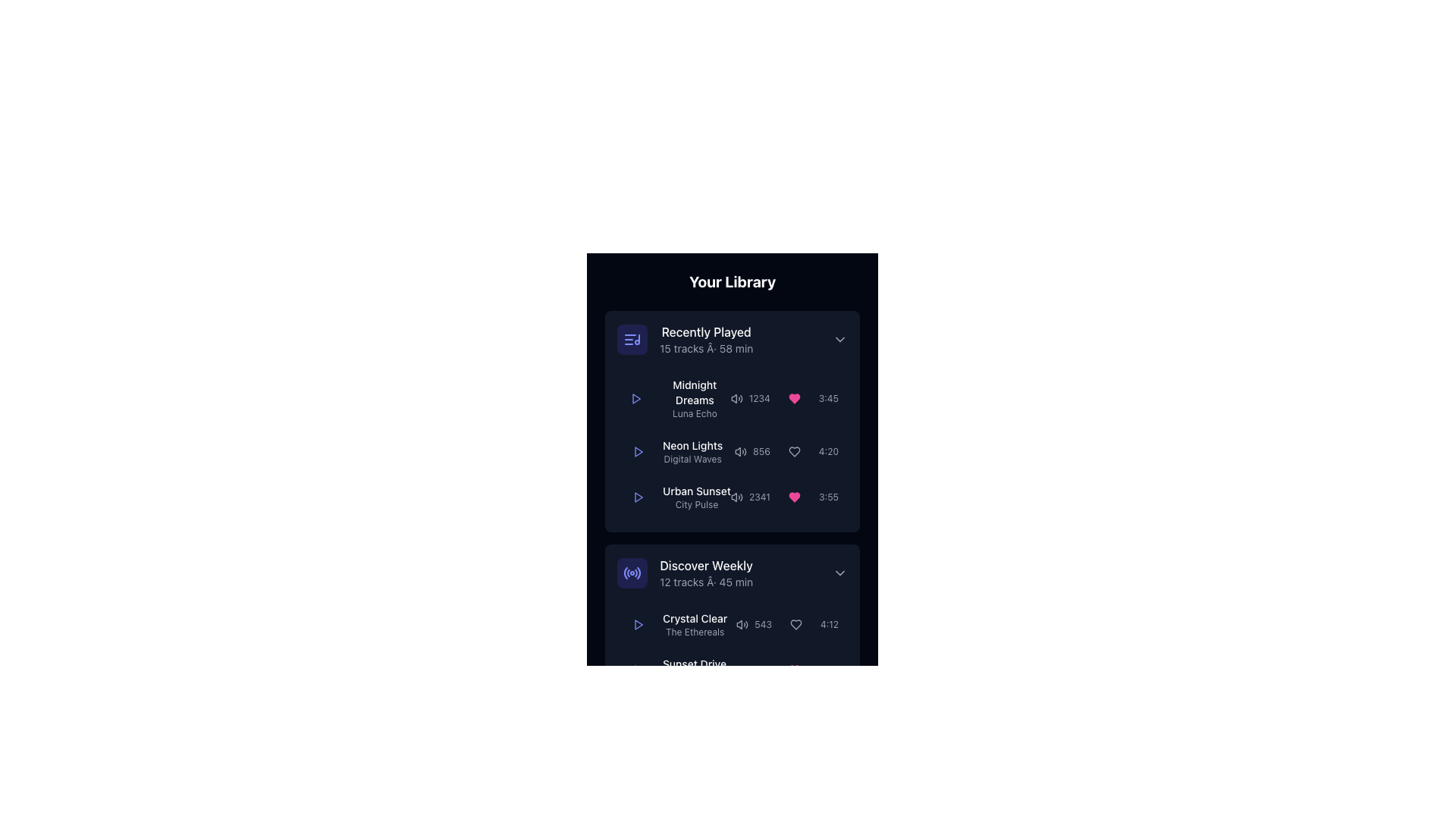 Image resolution: width=1456 pixels, height=819 pixels. Describe the element at coordinates (694, 397) in the screenshot. I see `the text label displaying 'Midnight Dreams' with the subtitle 'Luna Echo' in the 'Recently Played' section` at that location.